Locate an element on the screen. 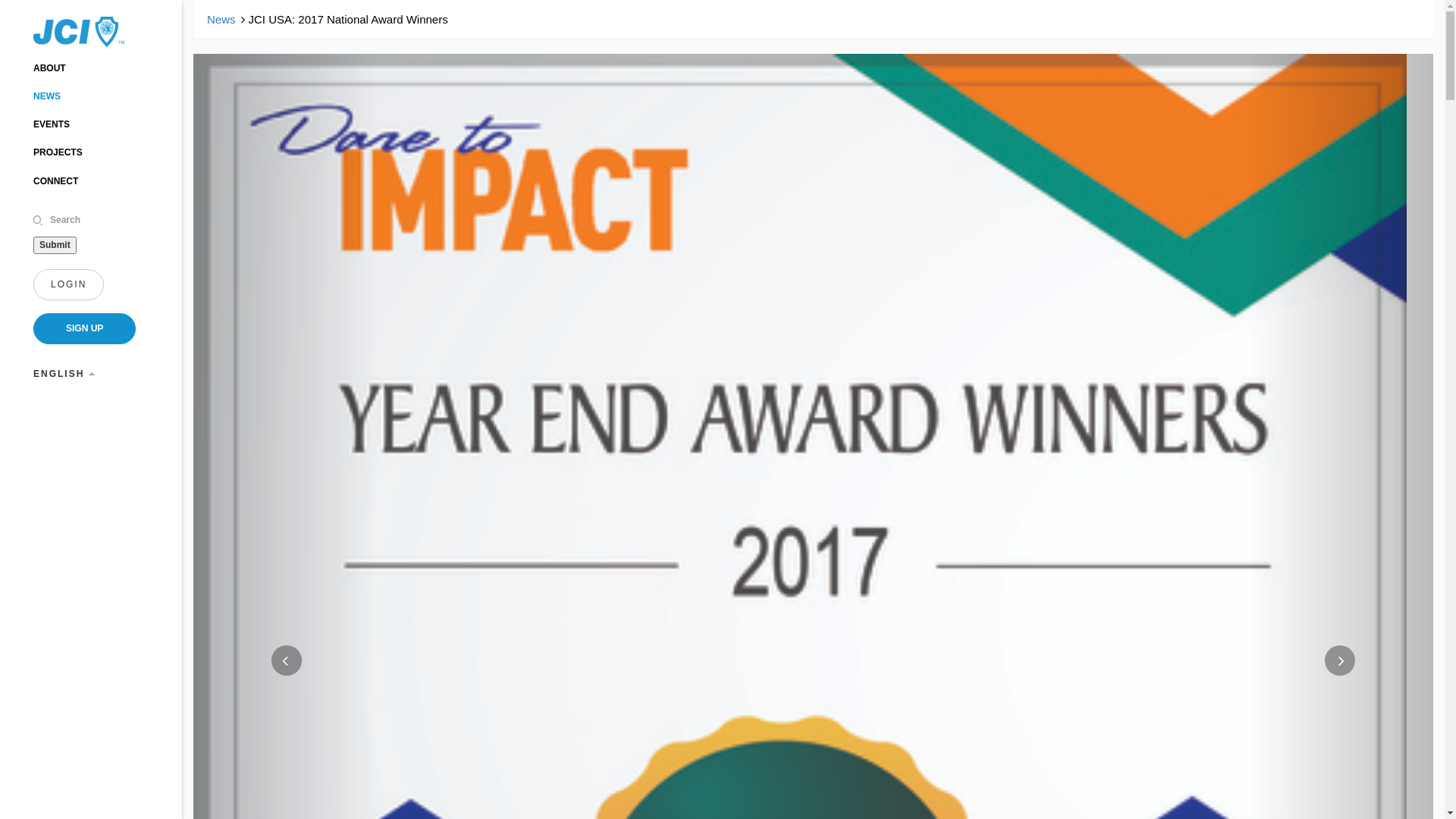 This screenshot has width=1456, height=819. 'EVENTS' is located at coordinates (51, 124).